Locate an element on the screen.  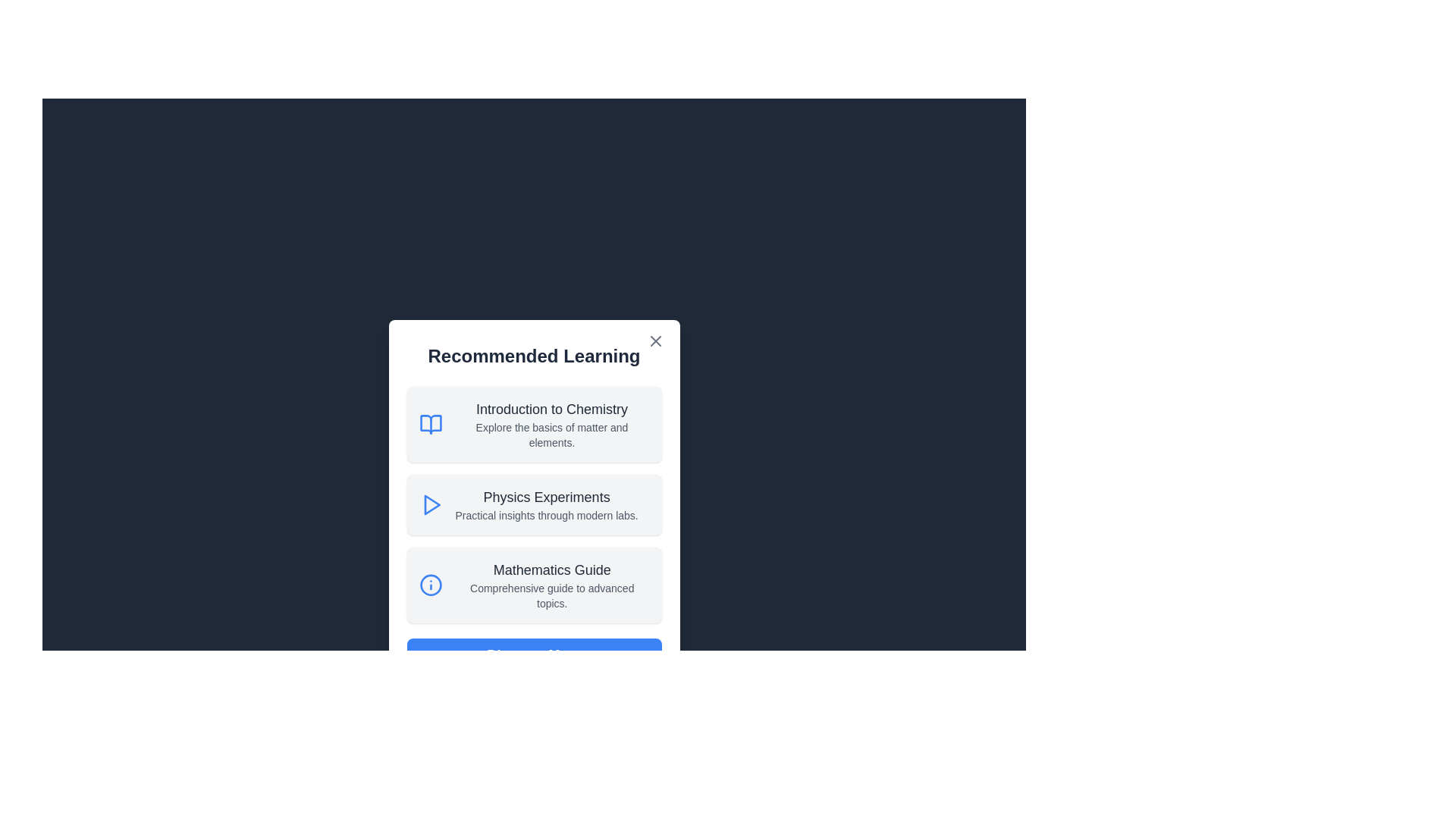
text section titled 'Physics Experiments' which contains the lines 'Physics Experiments' and 'Practical insights through modern labs.' is located at coordinates (546, 505).